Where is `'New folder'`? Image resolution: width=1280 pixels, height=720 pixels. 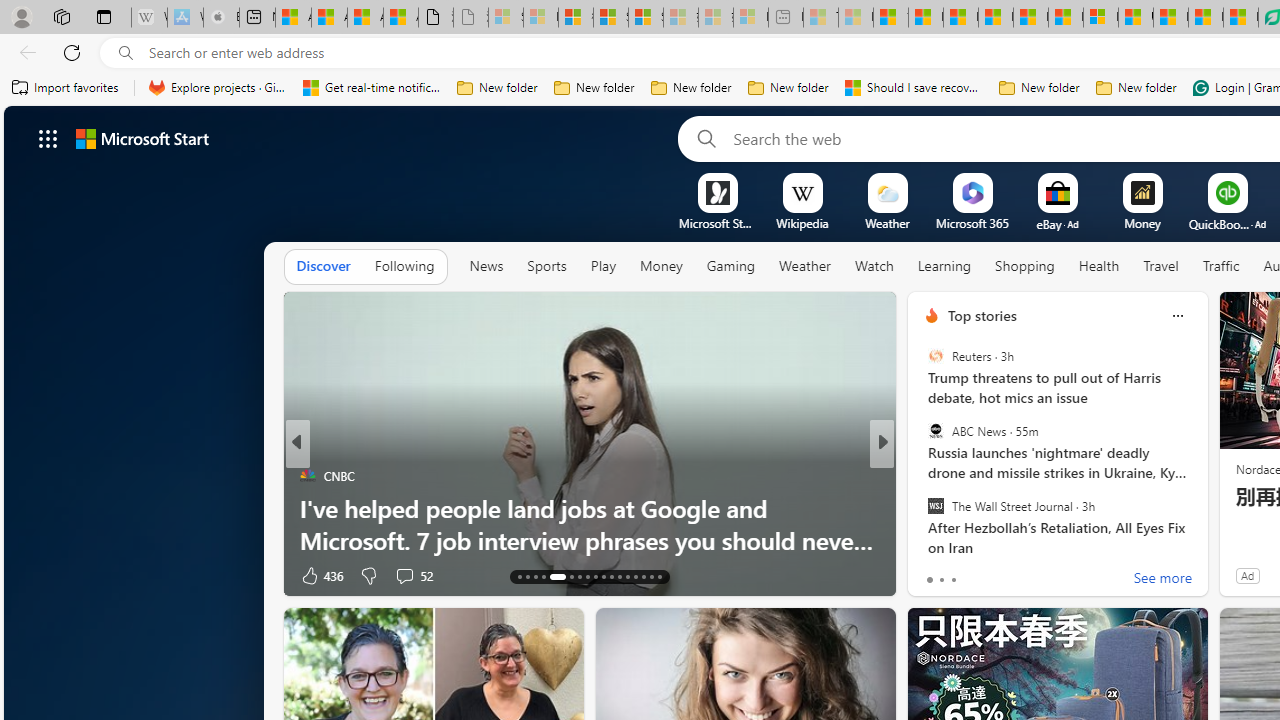
'New folder' is located at coordinates (1136, 87).